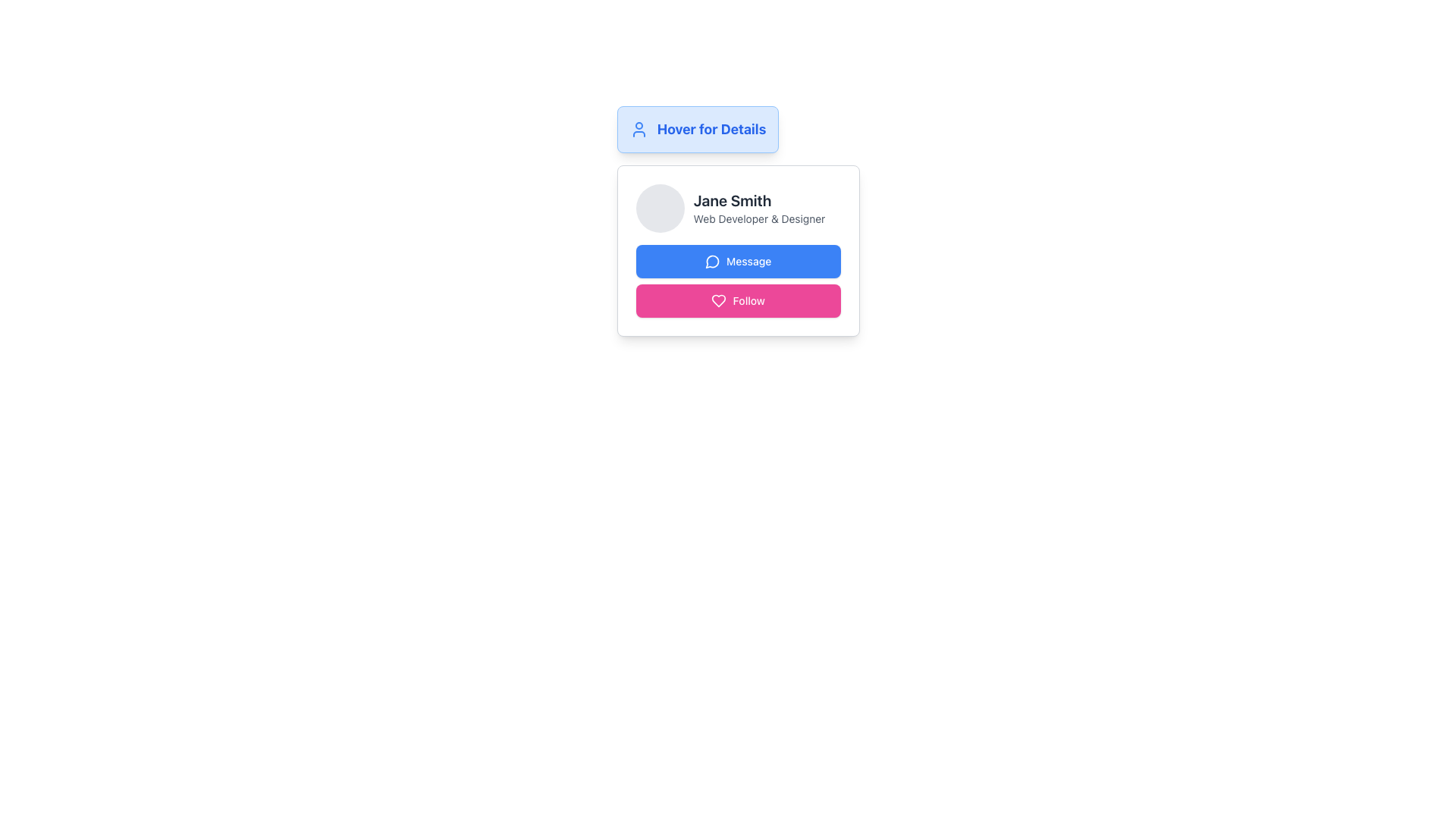 The width and height of the screenshot is (1456, 819). I want to click on the rectangular blue button labeled 'Message' with a speech bubble icon, so click(738, 260).